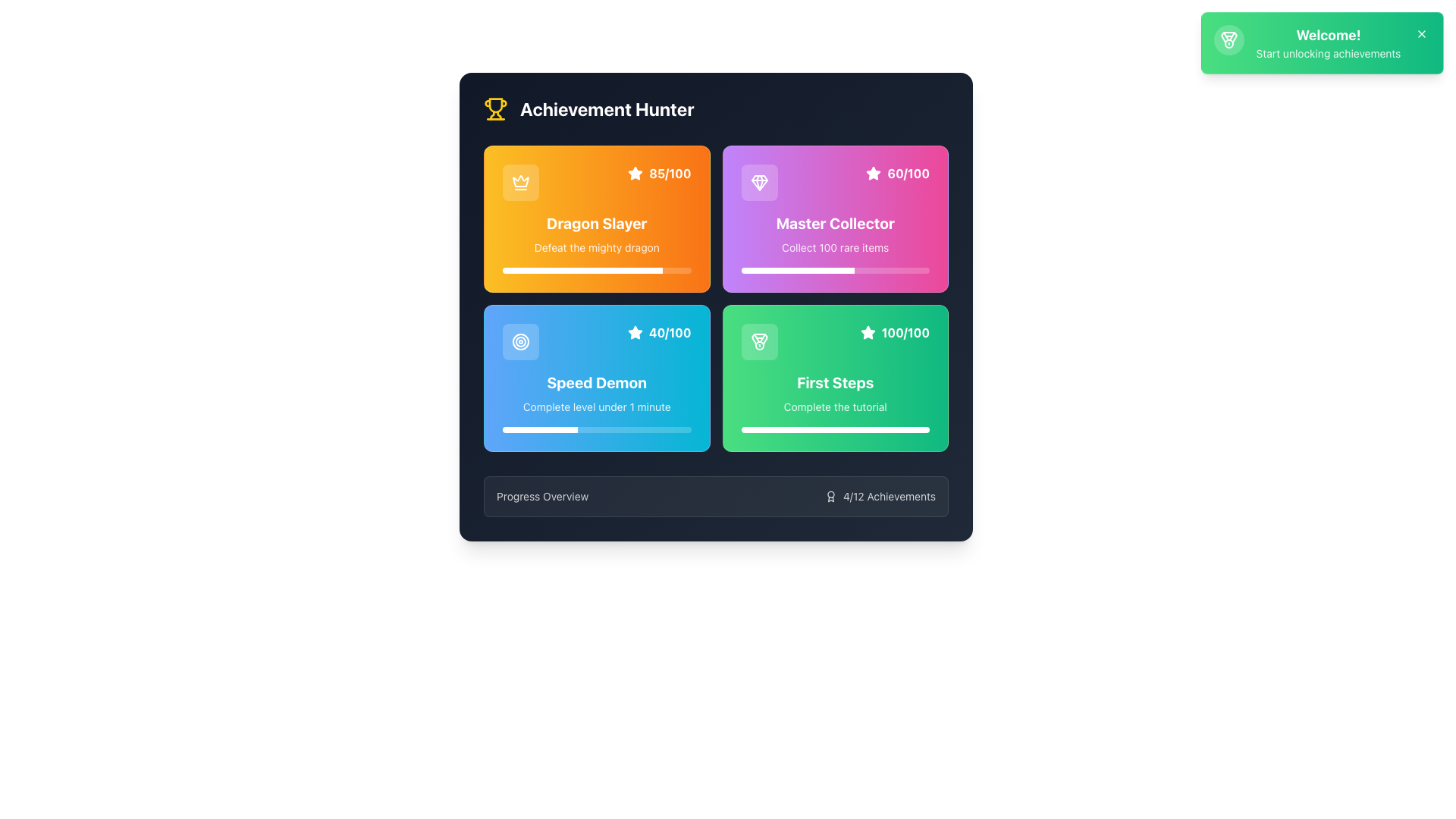  I want to click on the white star-shaped icon located on the rightmost panel of the grid, directly to the left of the '100/100' text, so click(868, 332).